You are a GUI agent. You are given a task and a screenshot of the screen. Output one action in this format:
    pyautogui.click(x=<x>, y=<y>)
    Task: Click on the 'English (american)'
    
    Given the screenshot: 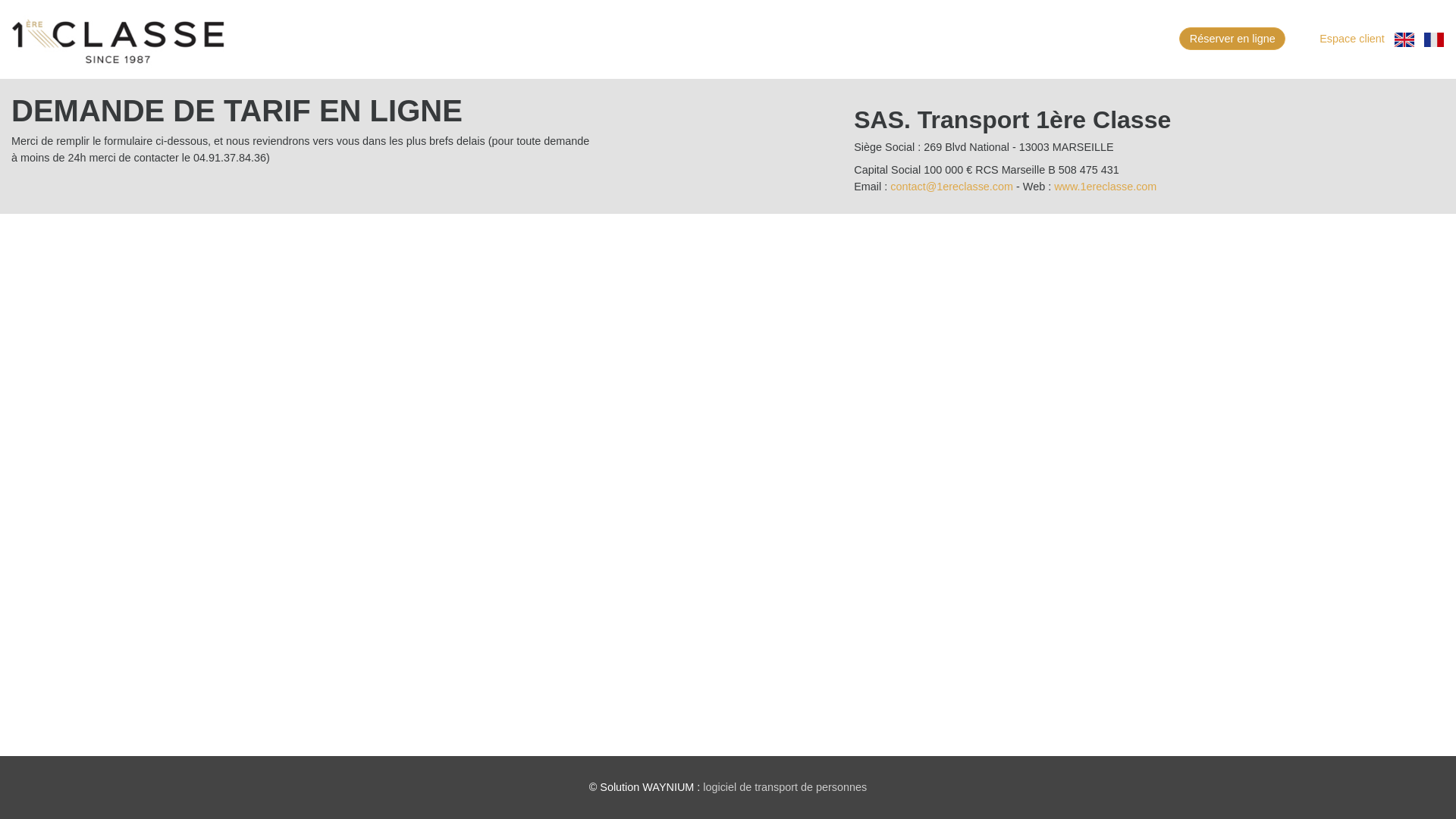 What is the action you would take?
    pyautogui.click(x=1404, y=38)
    